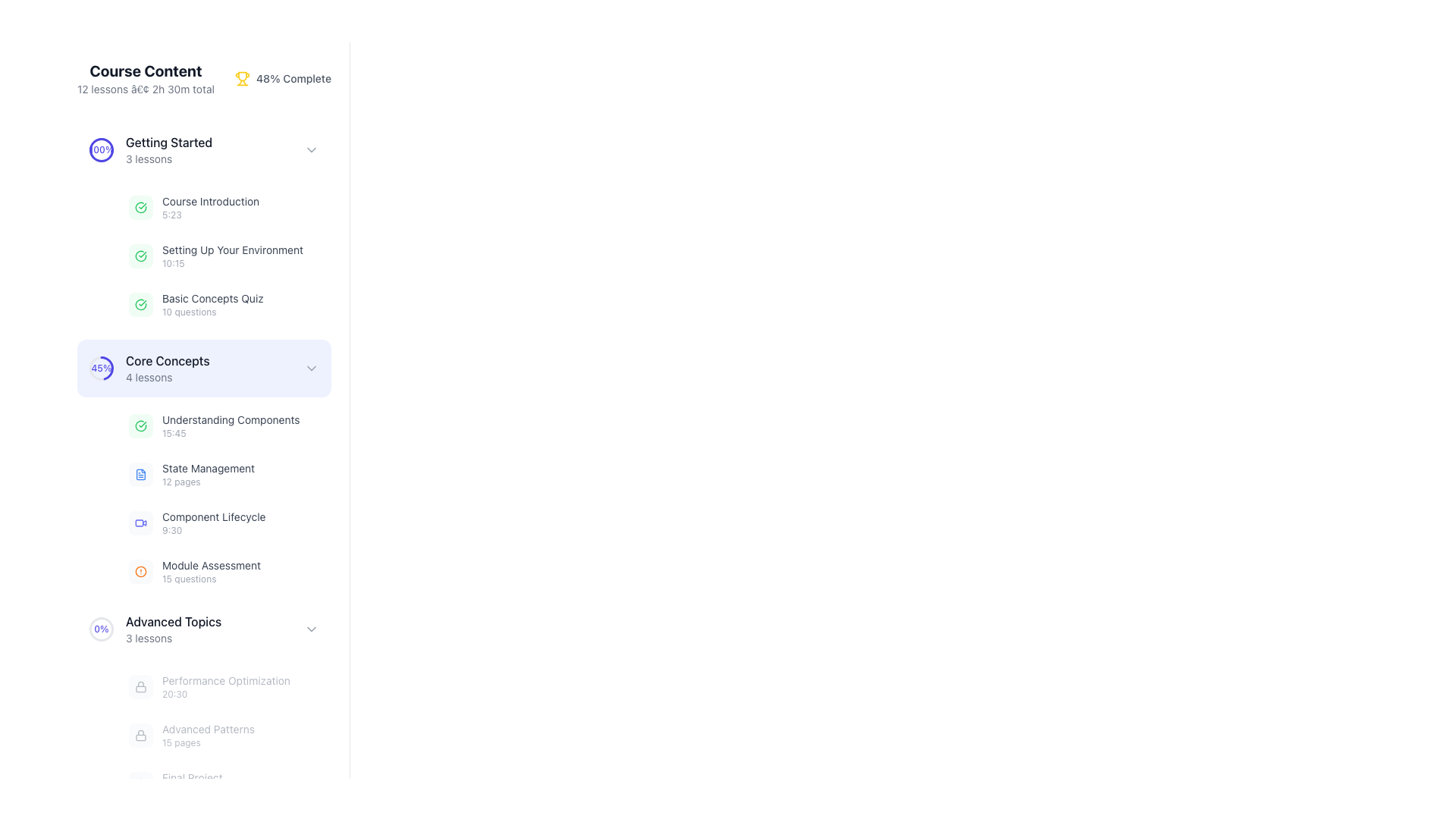  I want to click on the icon representing the video lesson in the 'Core Concepts' section, so click(141, 522).